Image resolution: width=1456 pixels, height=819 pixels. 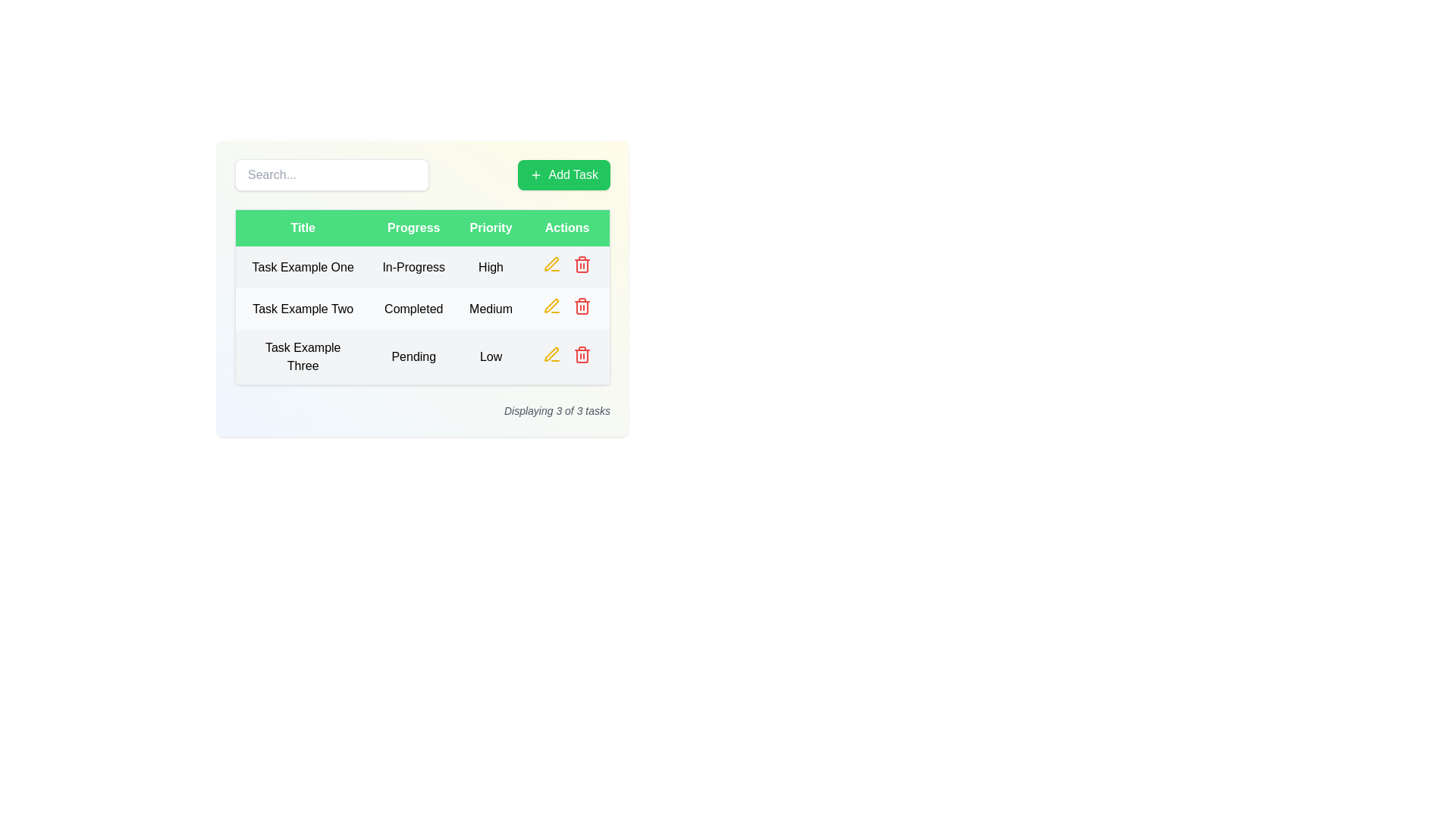 I want to click on the text label that reads 'Task Example Two', which is center-aligned and located in the first column of the second row of a table layout, so click(x=303, y=308).